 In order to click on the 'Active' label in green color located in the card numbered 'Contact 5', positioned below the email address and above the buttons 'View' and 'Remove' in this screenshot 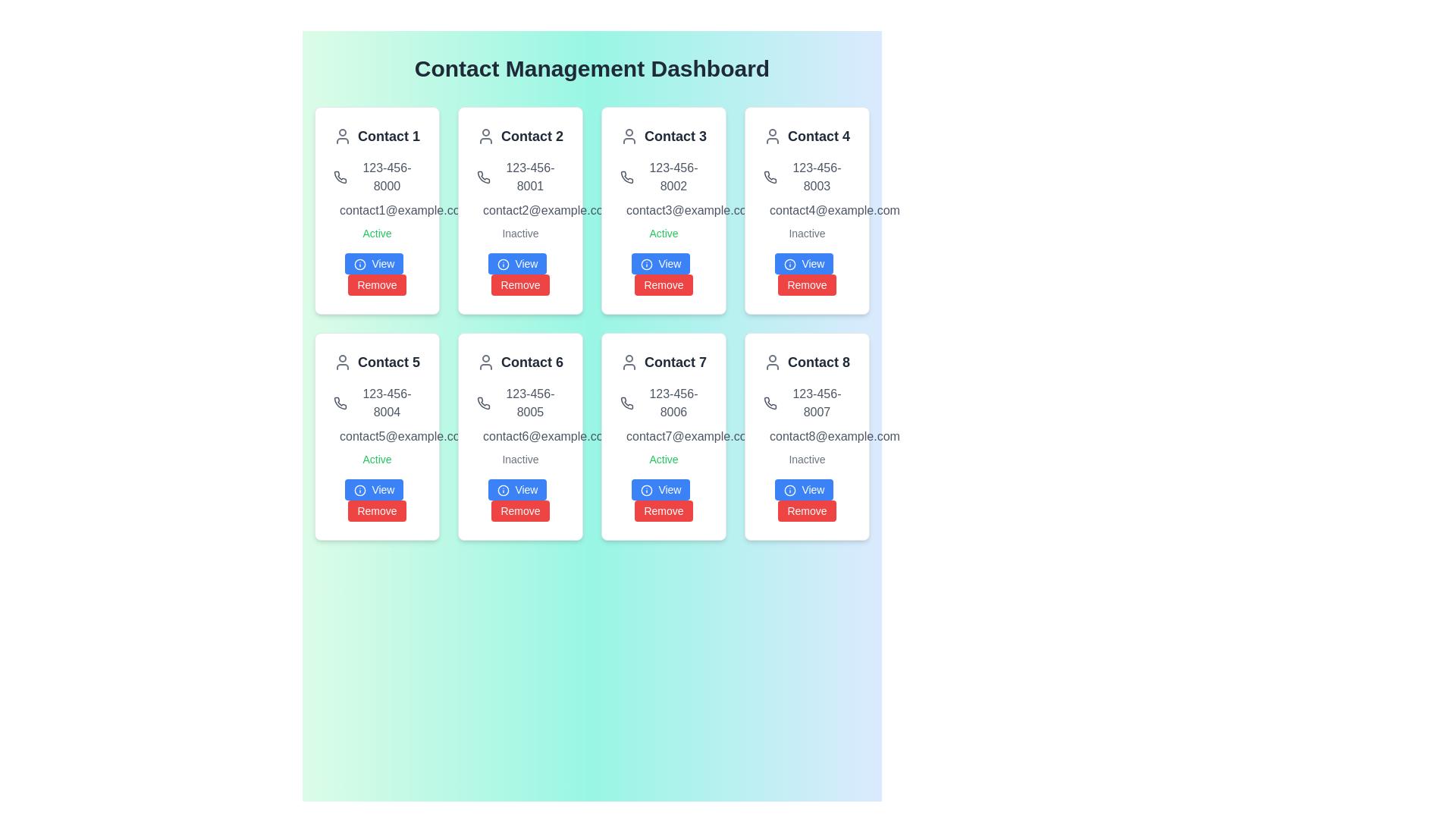, I will do `click(377, 458)`.